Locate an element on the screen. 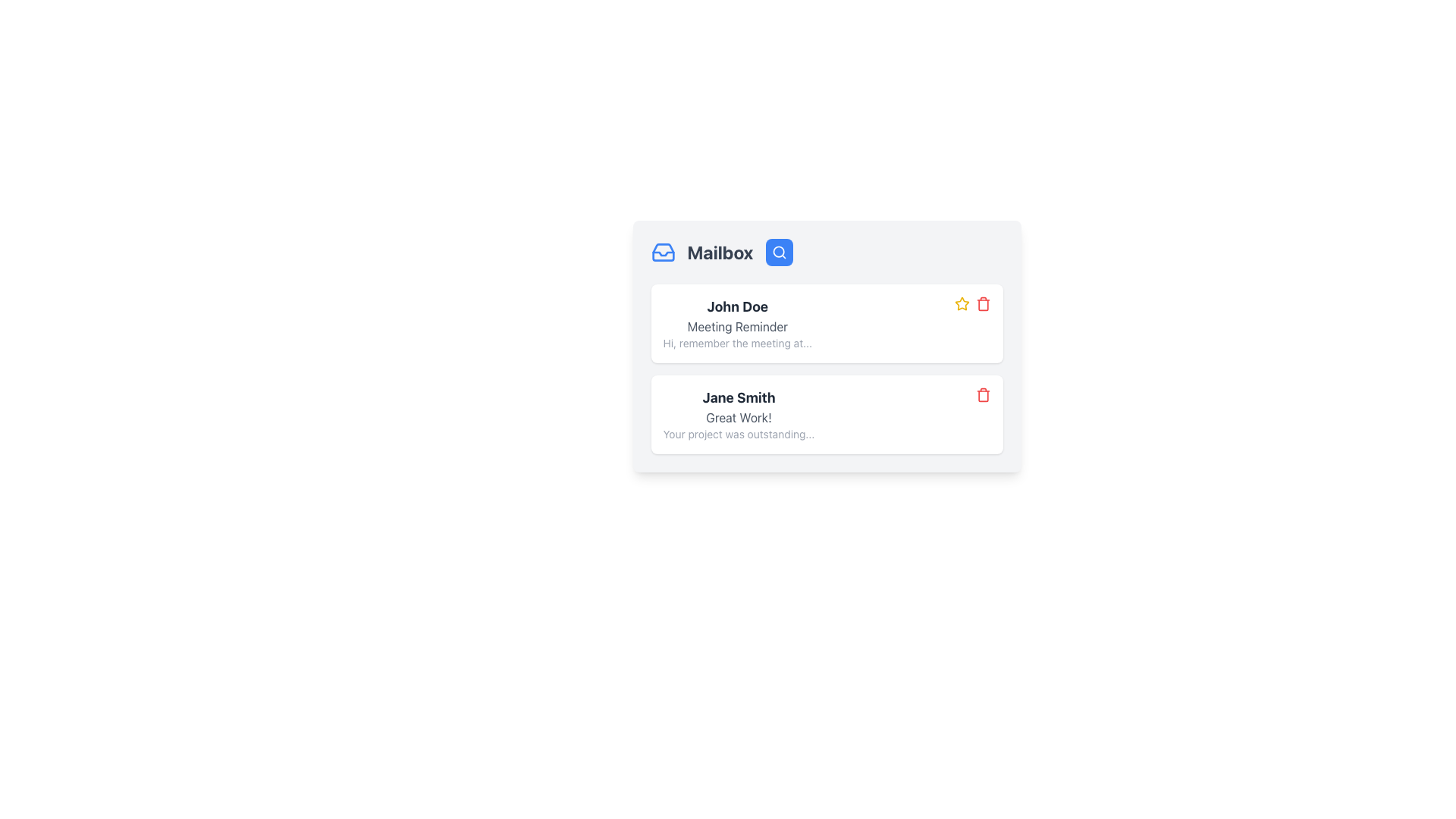  the delete button located at the bottom-right of the 'Jane Smith' card is located at coordinates (983, 394).